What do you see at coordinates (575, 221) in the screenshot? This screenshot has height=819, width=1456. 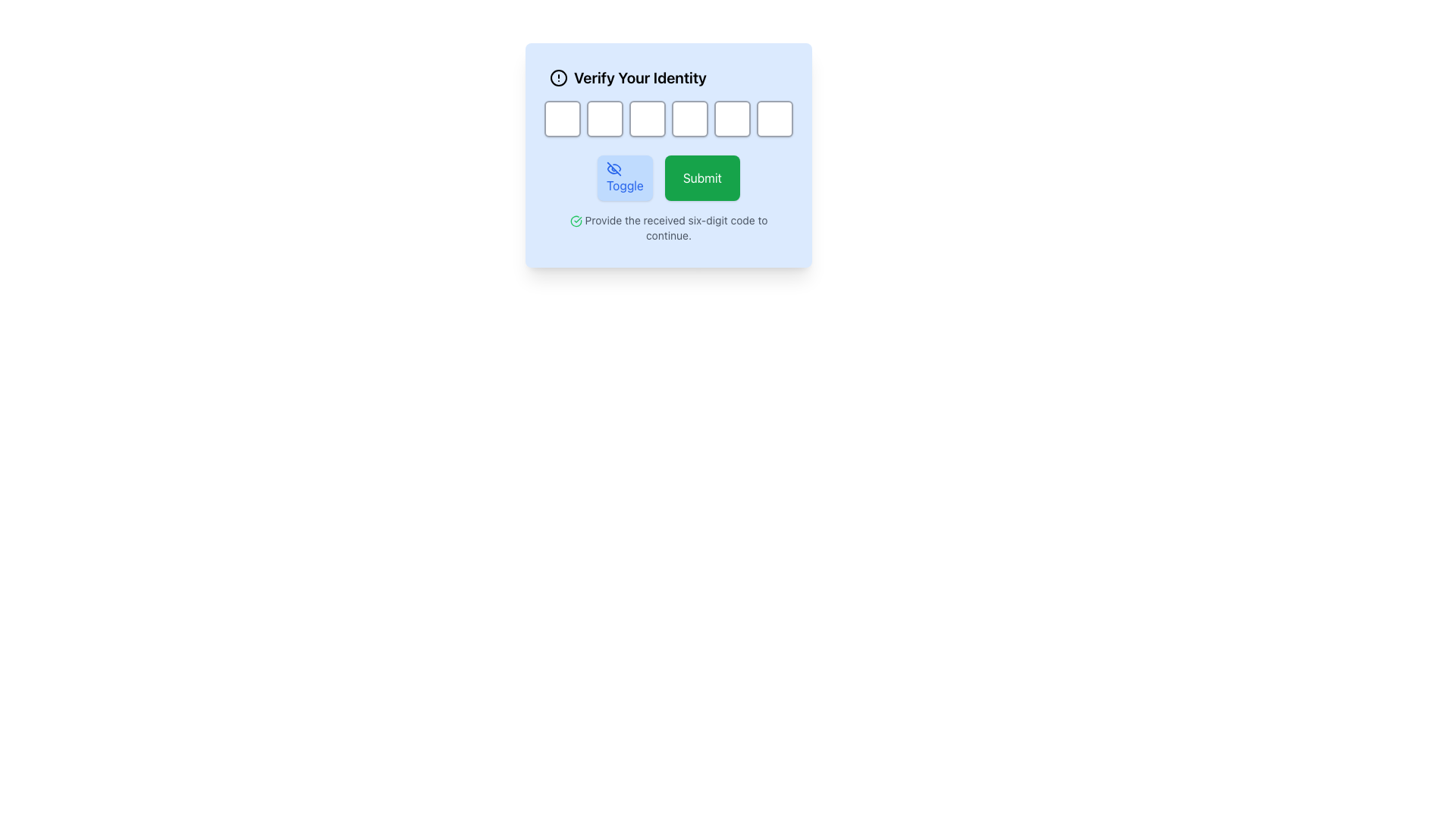 I see `the affirmation icon located to the left of the text 'Provide the received six-digit code to continue.'` at bounding box center [575, 221].